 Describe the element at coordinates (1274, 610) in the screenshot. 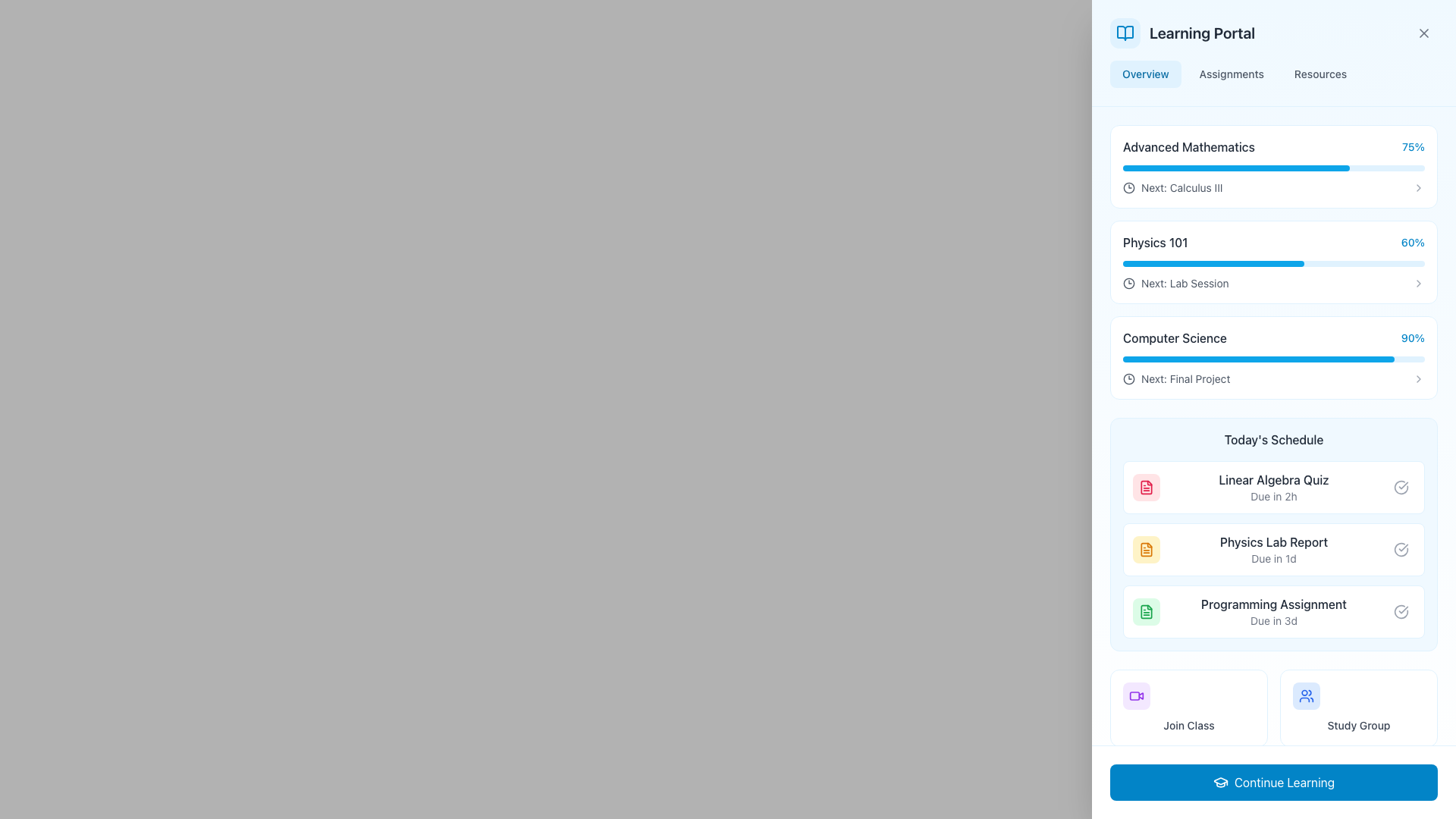

I see `the third assignment reminder card in the 'Today’s Schedule' section, which displays the title and due date of the assignment` at that location.